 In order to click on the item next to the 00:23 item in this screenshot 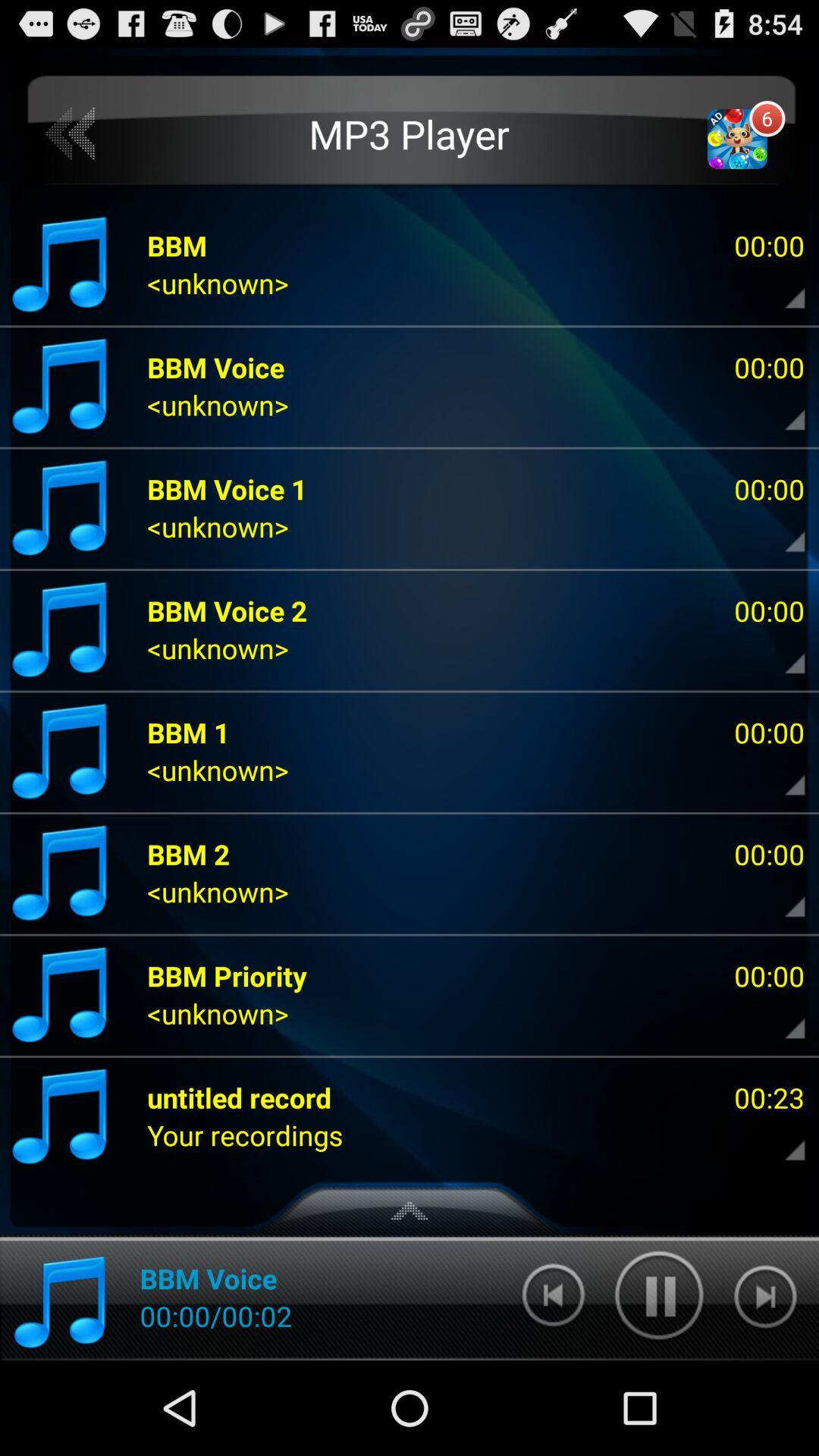, I will do `click(239, 1097)`.